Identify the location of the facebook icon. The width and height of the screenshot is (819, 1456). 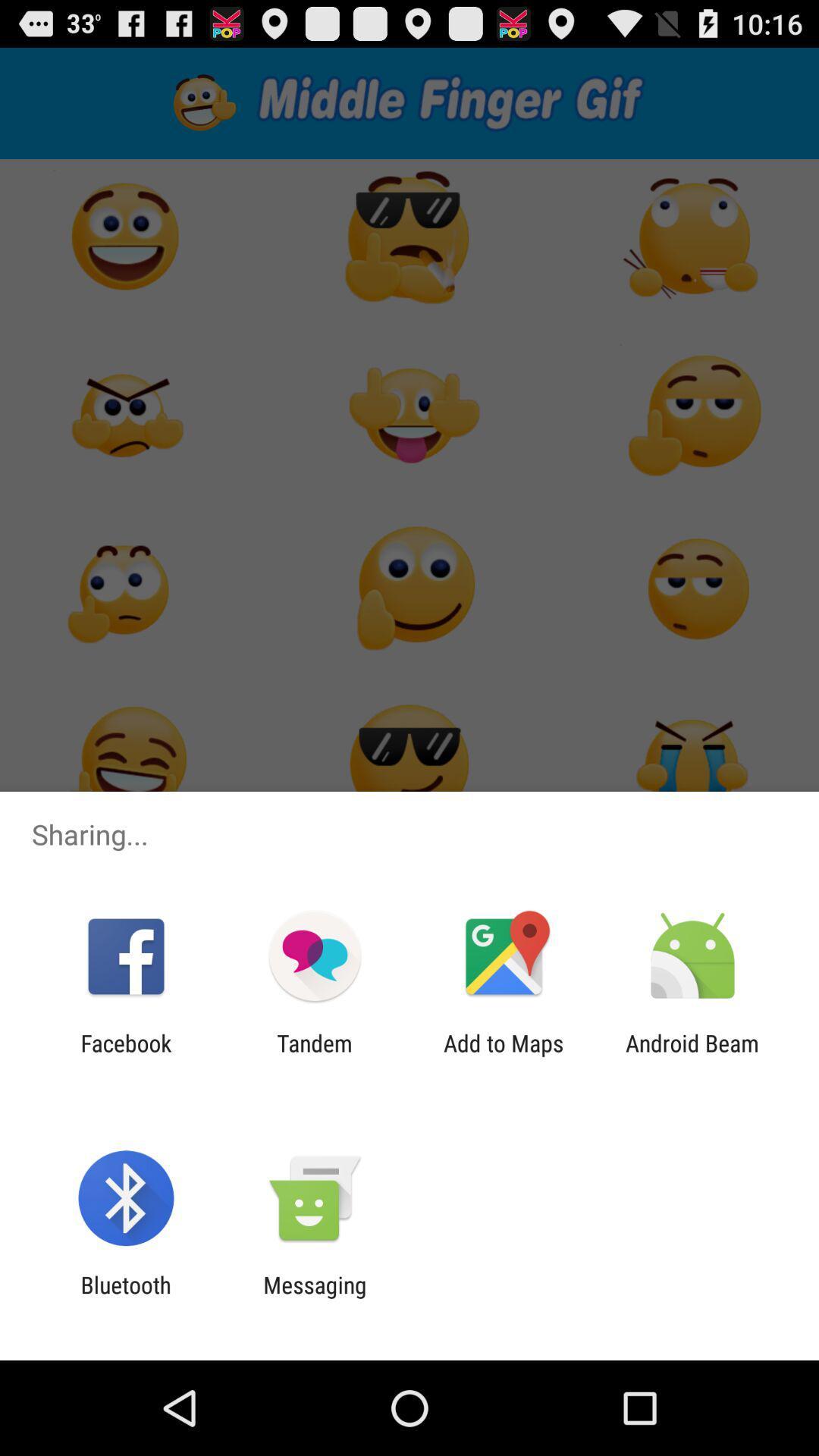
(125, 1056).